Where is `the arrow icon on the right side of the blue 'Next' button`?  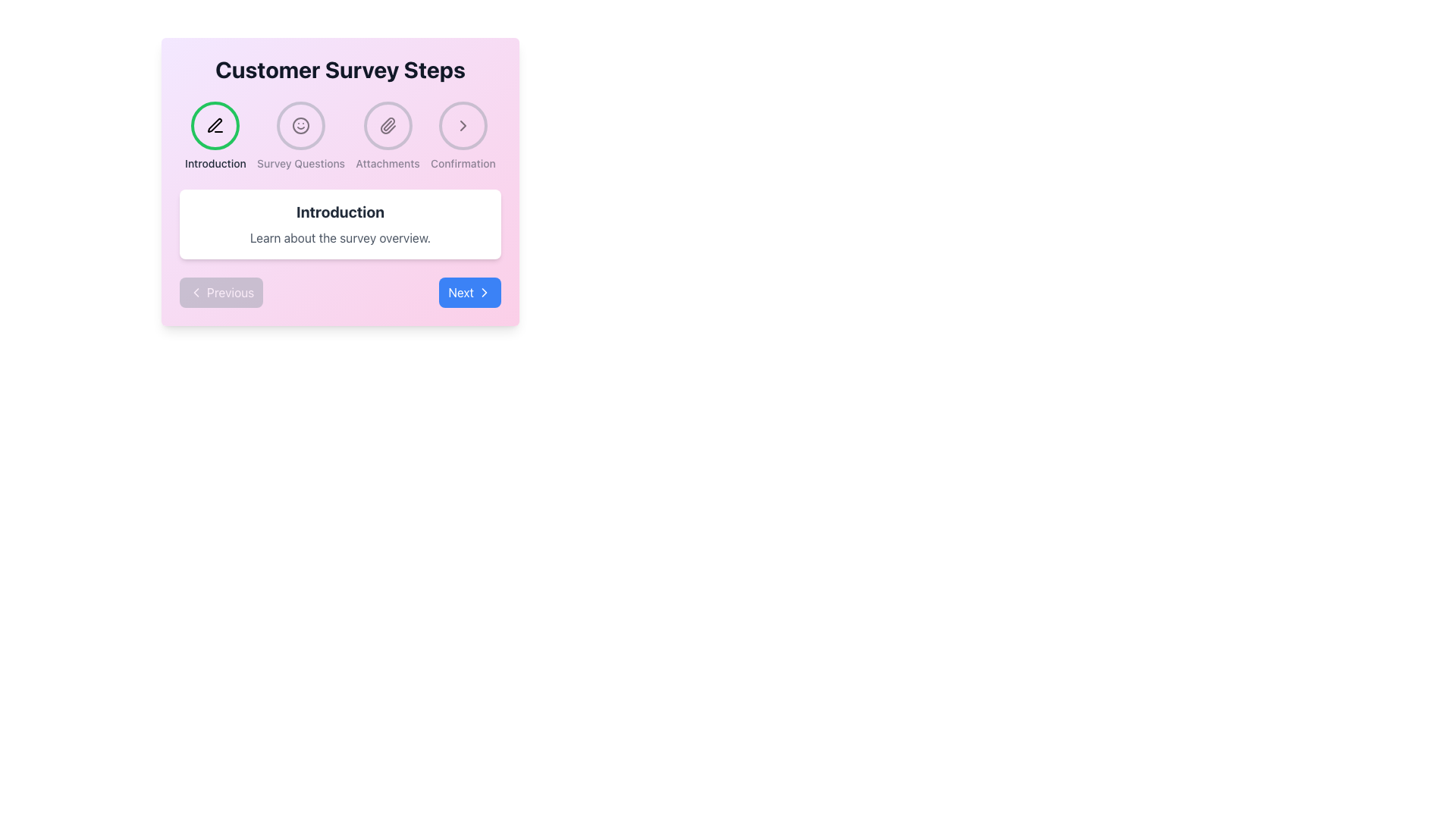
the arrow icon on the right side of the blue 'Next' button is located at coordinates (483, 292).